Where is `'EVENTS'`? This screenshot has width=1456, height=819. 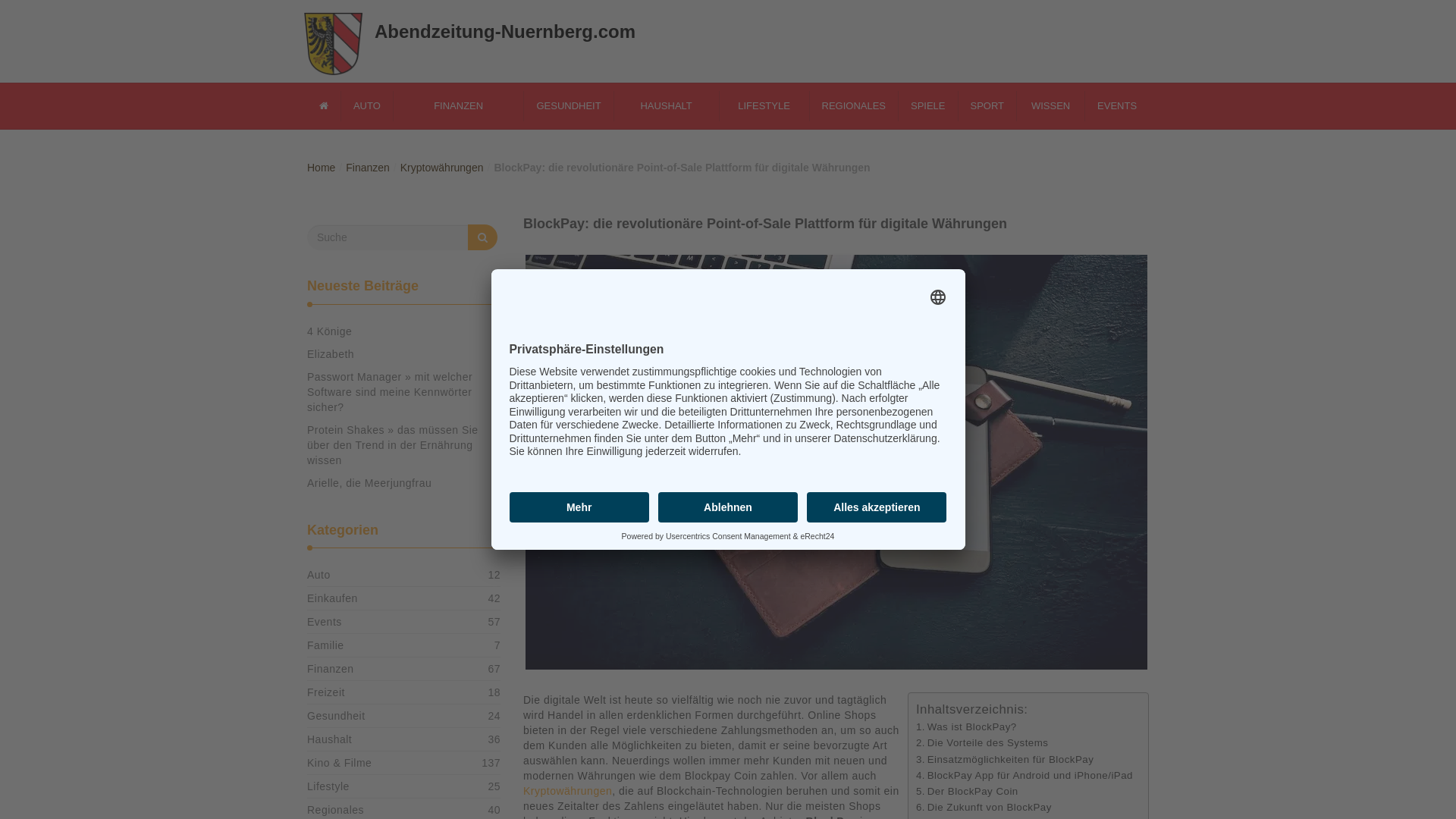 'EVENTS' is located at coordinates (1111, 105).